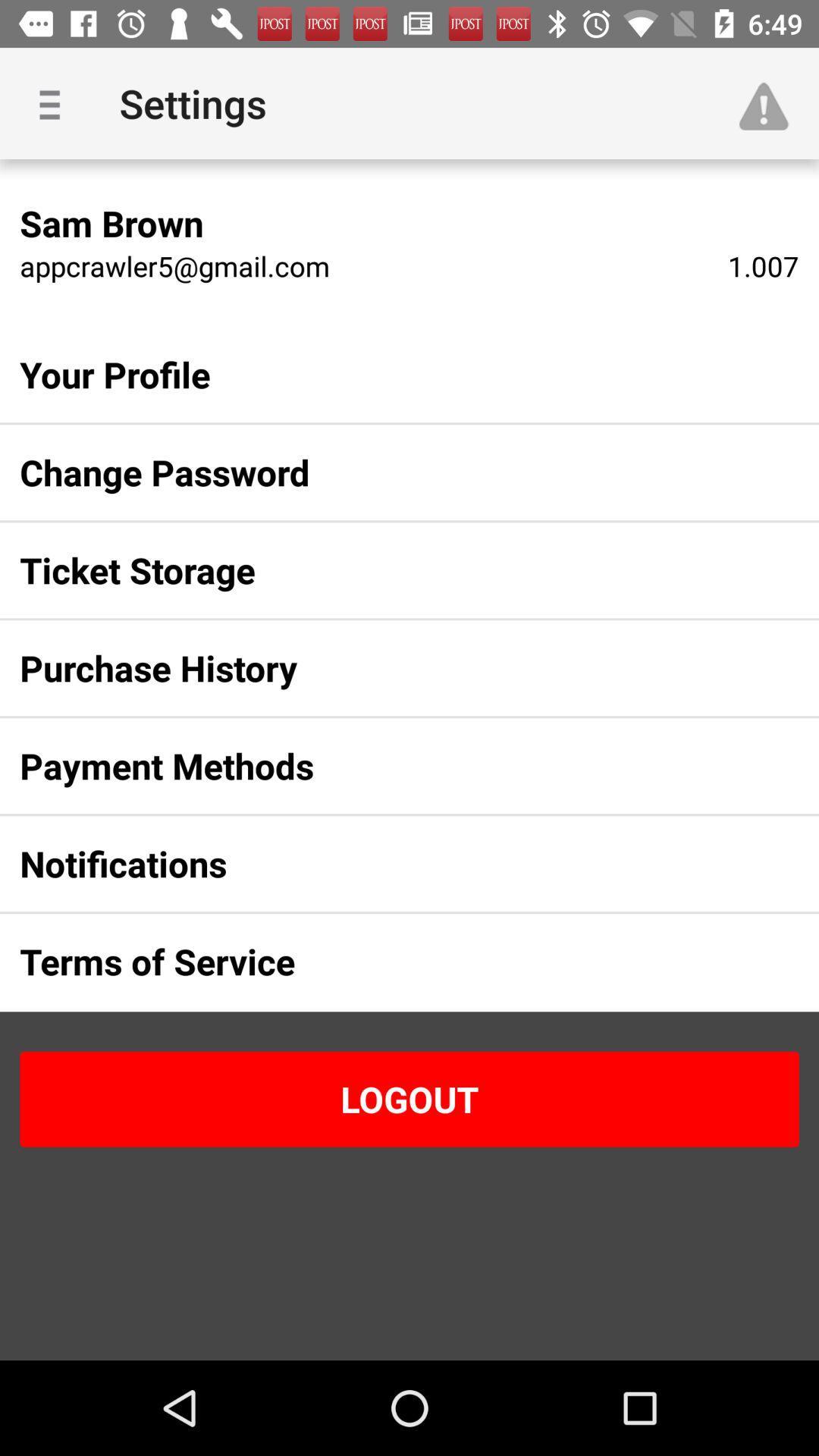 The image size is (819, 1456). I want to click on the icon below purchase history item, so click(384, 766).